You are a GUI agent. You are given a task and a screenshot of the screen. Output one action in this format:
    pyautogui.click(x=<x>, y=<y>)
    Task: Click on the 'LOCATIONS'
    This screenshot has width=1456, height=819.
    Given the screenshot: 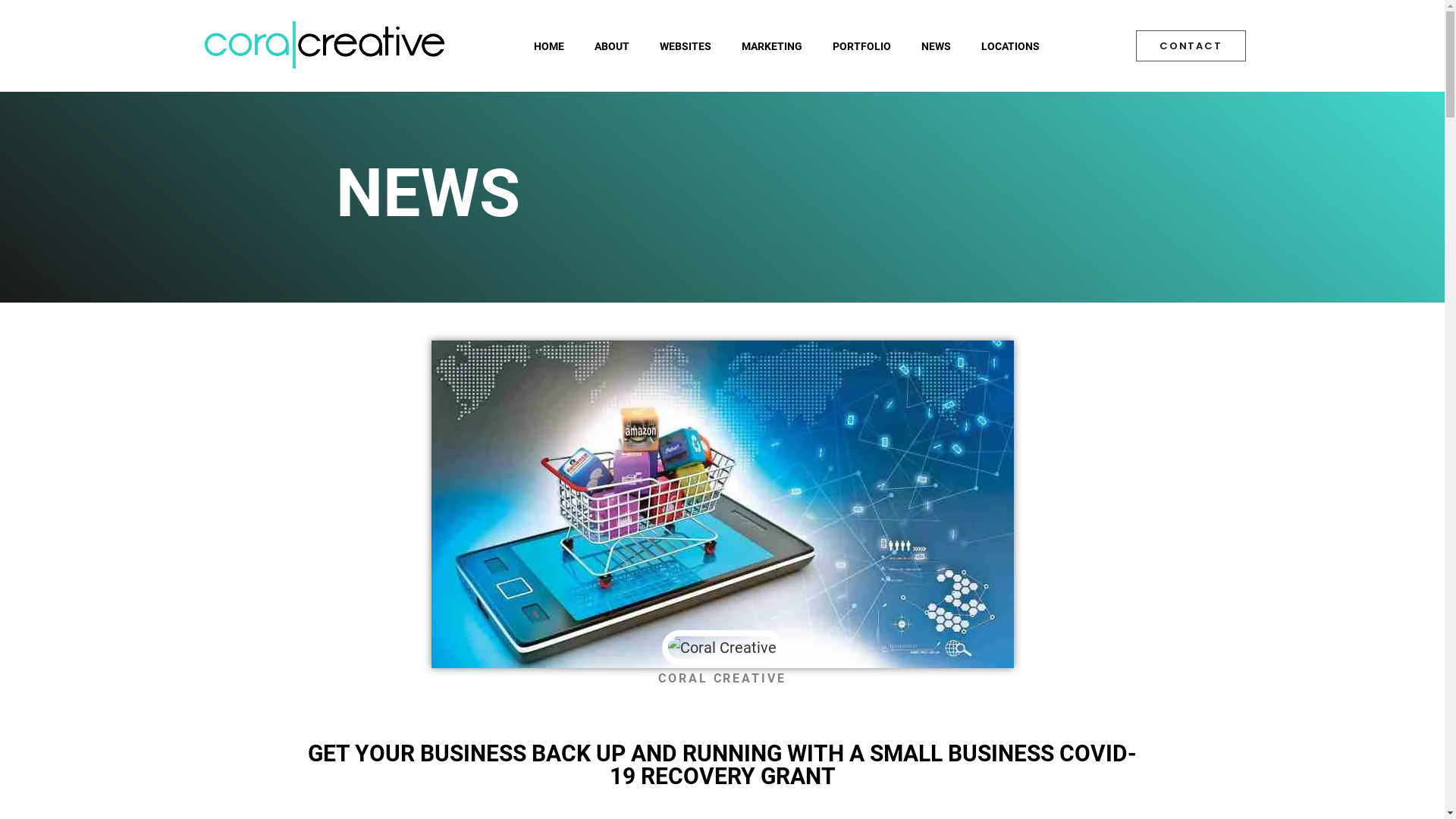 What is the action you would take?
    pyautogui.click(x=1010, y=45)
    